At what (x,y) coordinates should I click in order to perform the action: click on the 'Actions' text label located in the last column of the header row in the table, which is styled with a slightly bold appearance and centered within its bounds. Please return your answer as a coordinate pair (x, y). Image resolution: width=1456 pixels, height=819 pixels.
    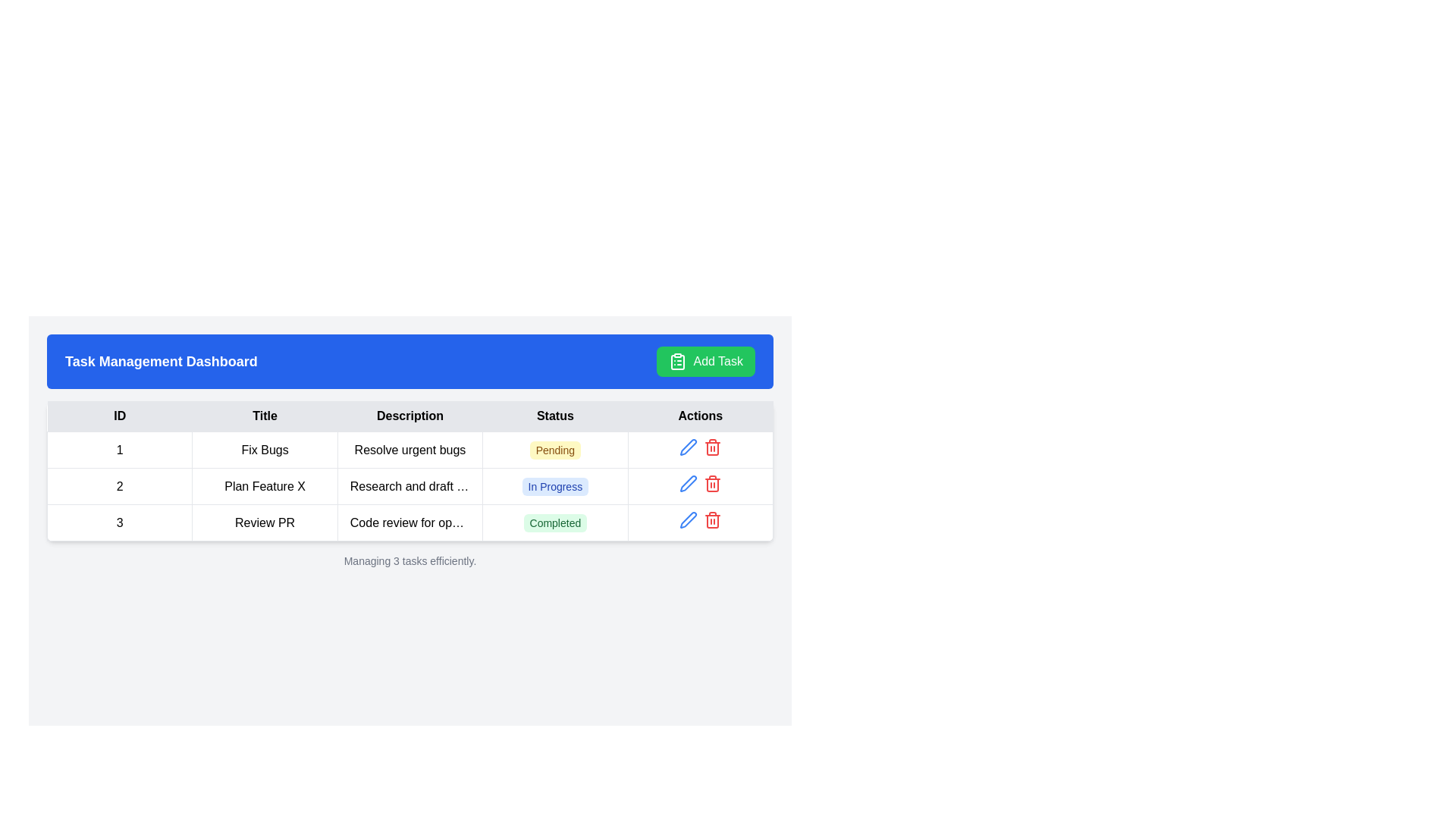
    Looking at the image, I should click on (699, 416).